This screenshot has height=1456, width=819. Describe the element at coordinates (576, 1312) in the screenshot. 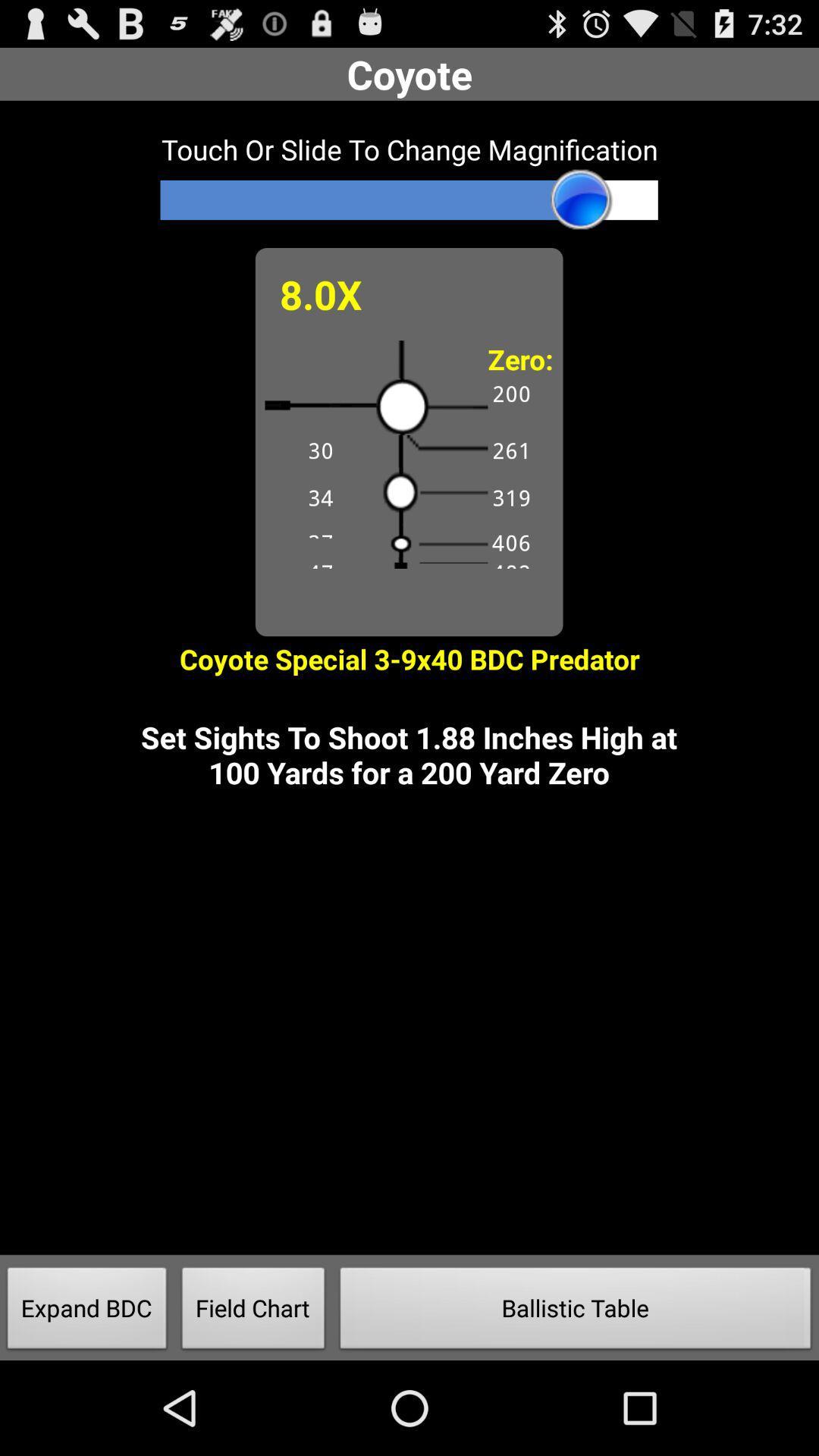

I see `the item to the right of the field chart` at that location.